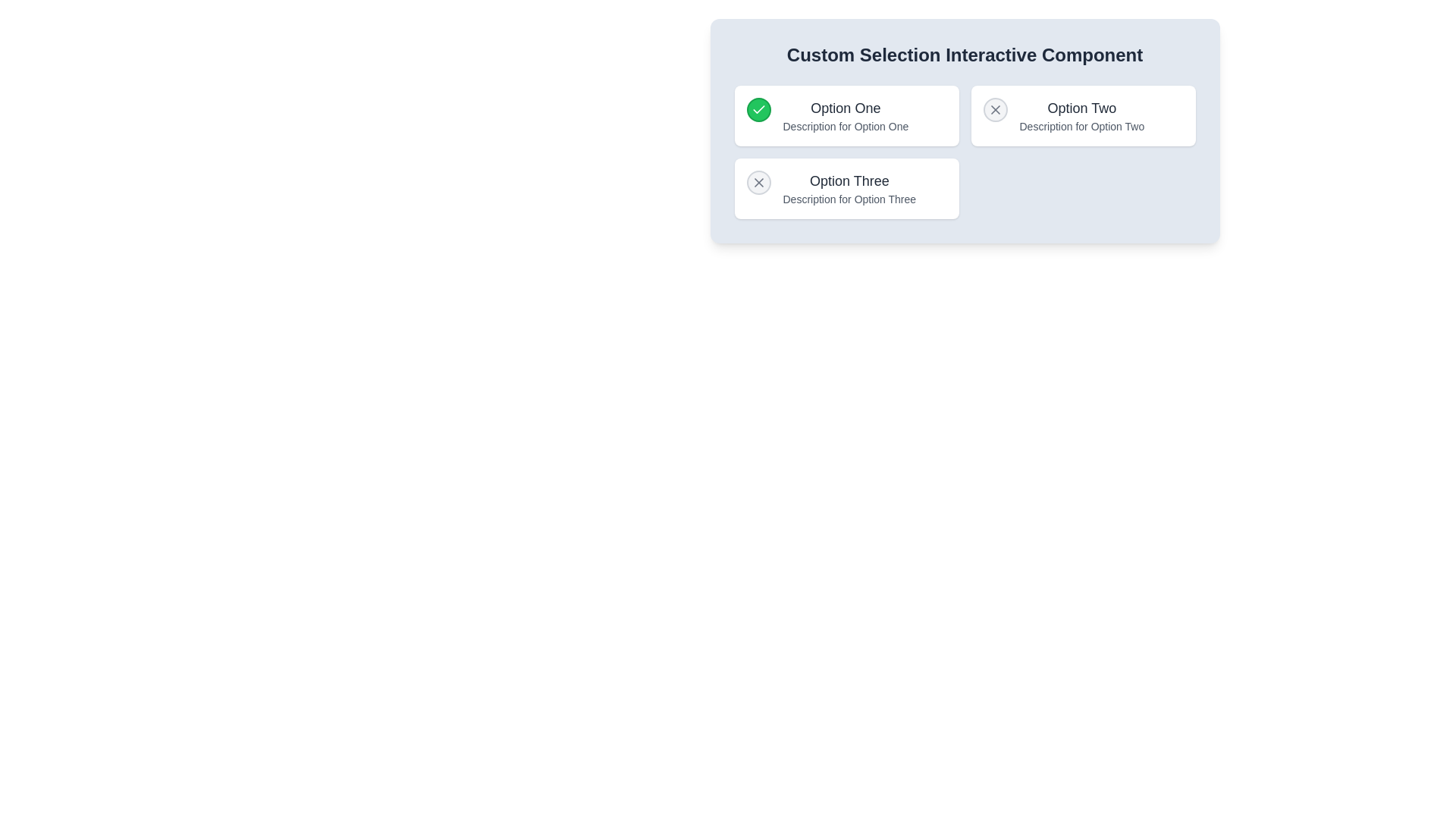 The height and width of the screenshot is (819, 1456). What do you see at coordinates (1081, 107) in the screenshot?
I see `the Text Label that serves as a title or identifier for the second selection option, positioned in the top-right quadrant above the 'Description for Option Two'` at bounding box center [1081, 107].